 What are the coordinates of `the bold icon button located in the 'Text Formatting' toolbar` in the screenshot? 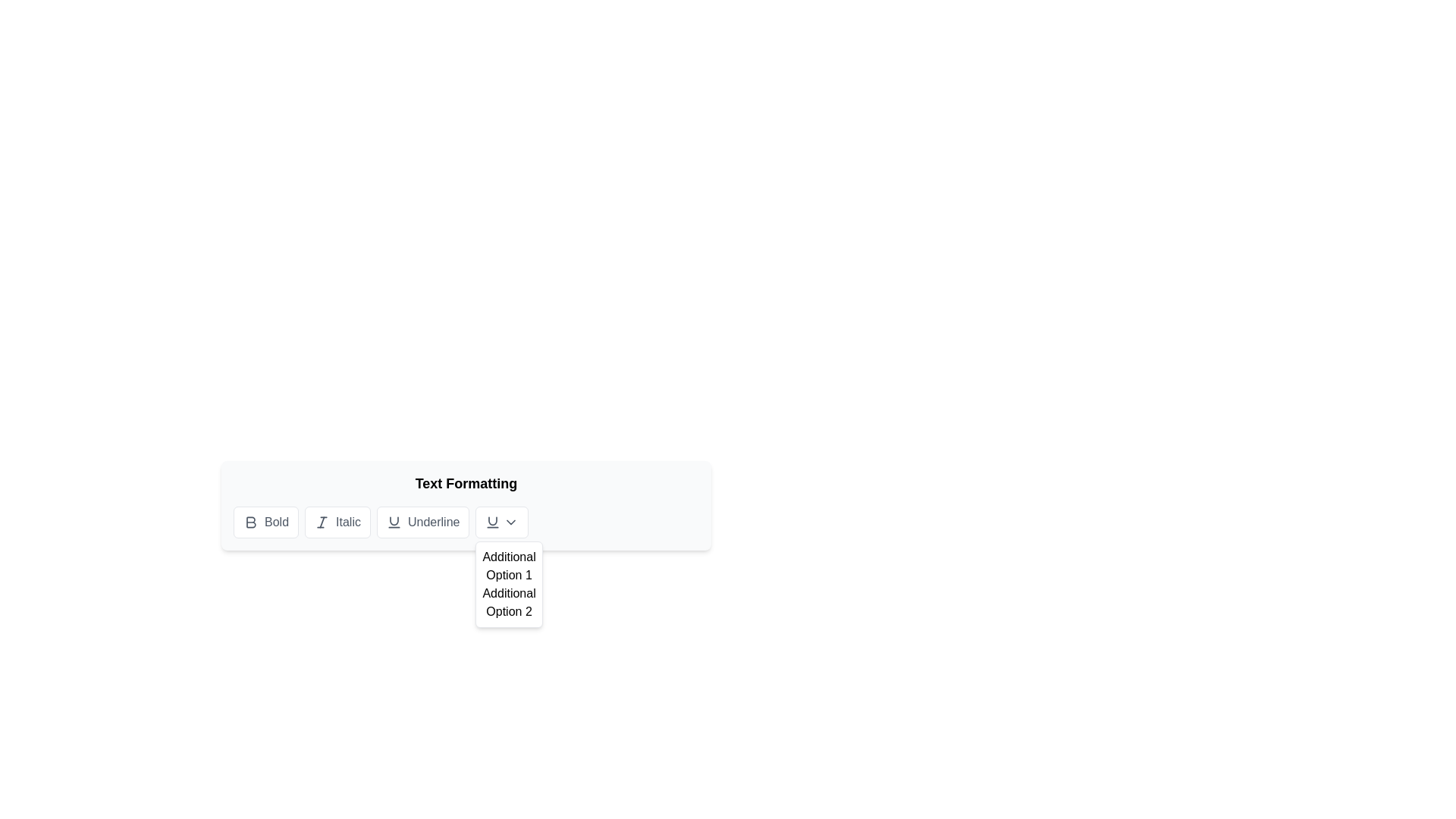 It's located at (251, 522).